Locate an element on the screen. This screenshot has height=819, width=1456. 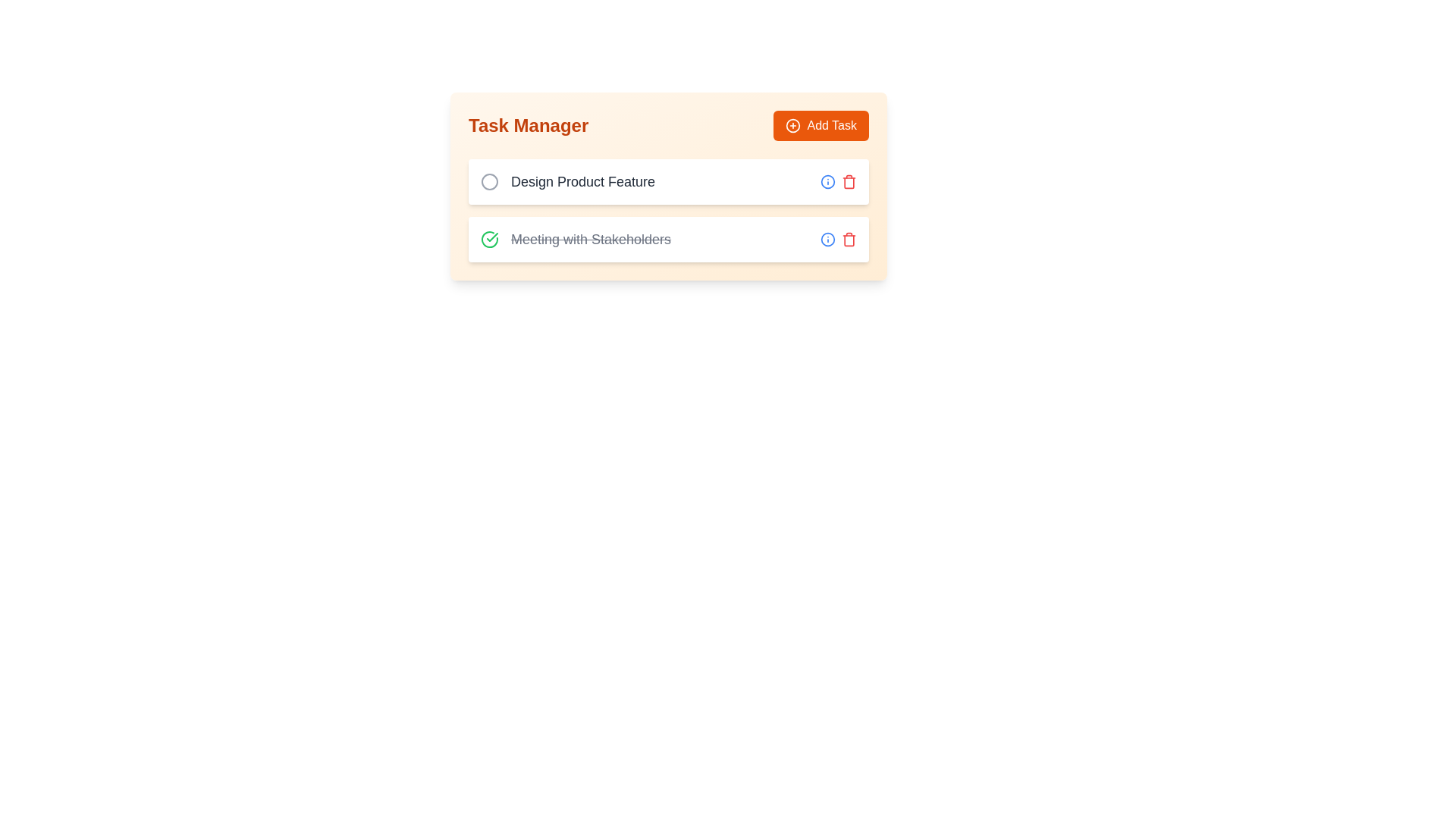
the circular icon with a hollow center, styled with a light-gray stroke, located to the left of the text 'Design Product Feature' within the first task card in the 'Task Manager' is located at coordinates (490, 180).